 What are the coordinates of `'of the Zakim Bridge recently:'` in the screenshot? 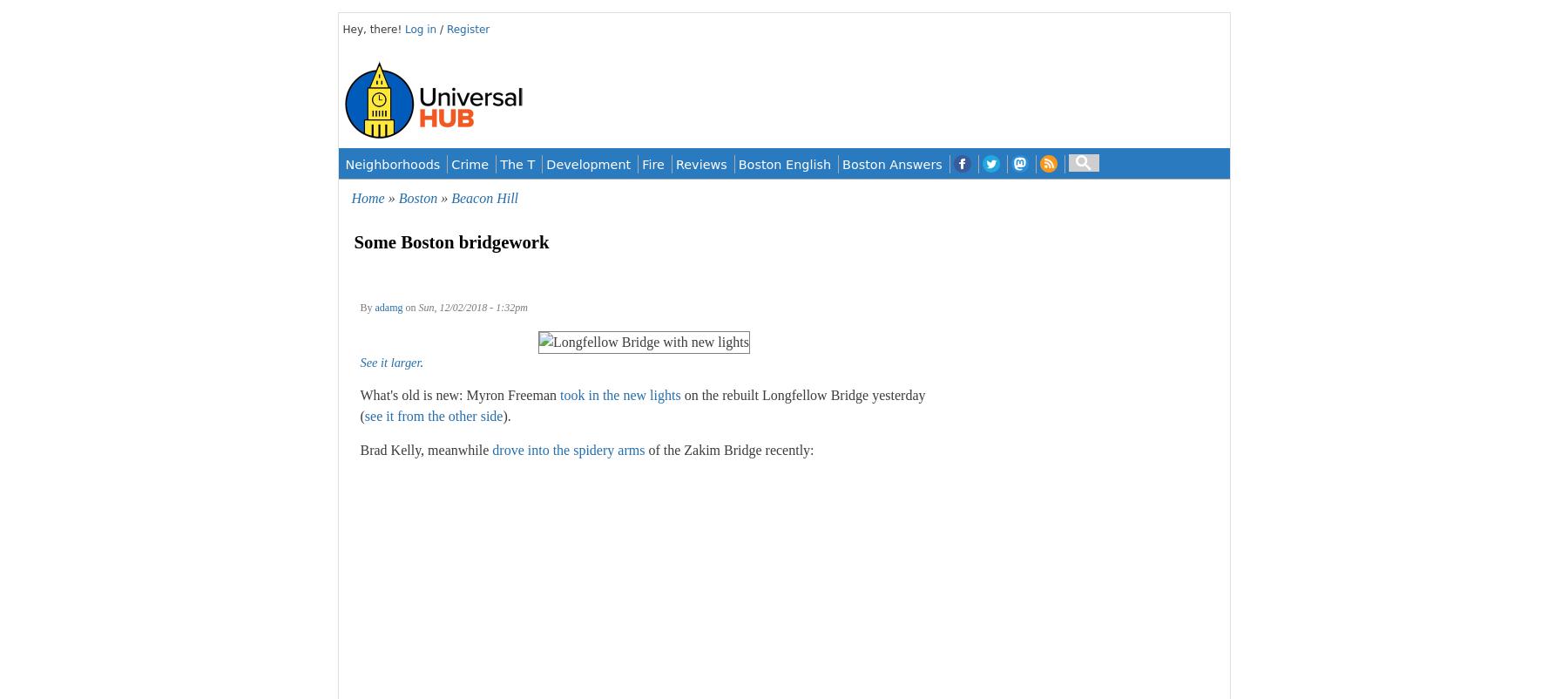 It's located at (729, 450).